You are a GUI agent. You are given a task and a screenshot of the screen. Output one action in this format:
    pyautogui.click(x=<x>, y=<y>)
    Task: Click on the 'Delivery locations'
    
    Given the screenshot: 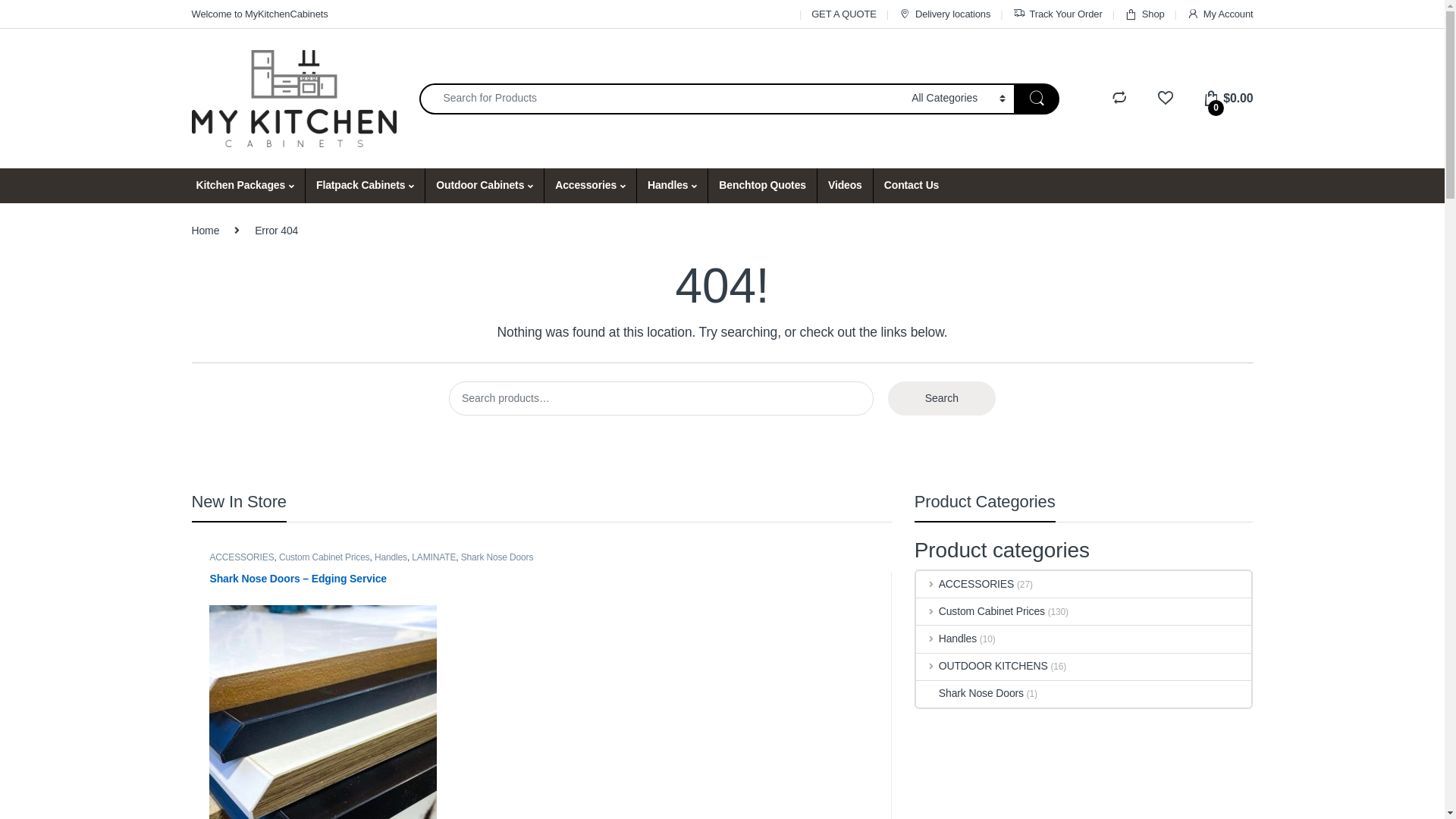 What is the action you would take?
    pyautogui.click(x=899, y=14)
    